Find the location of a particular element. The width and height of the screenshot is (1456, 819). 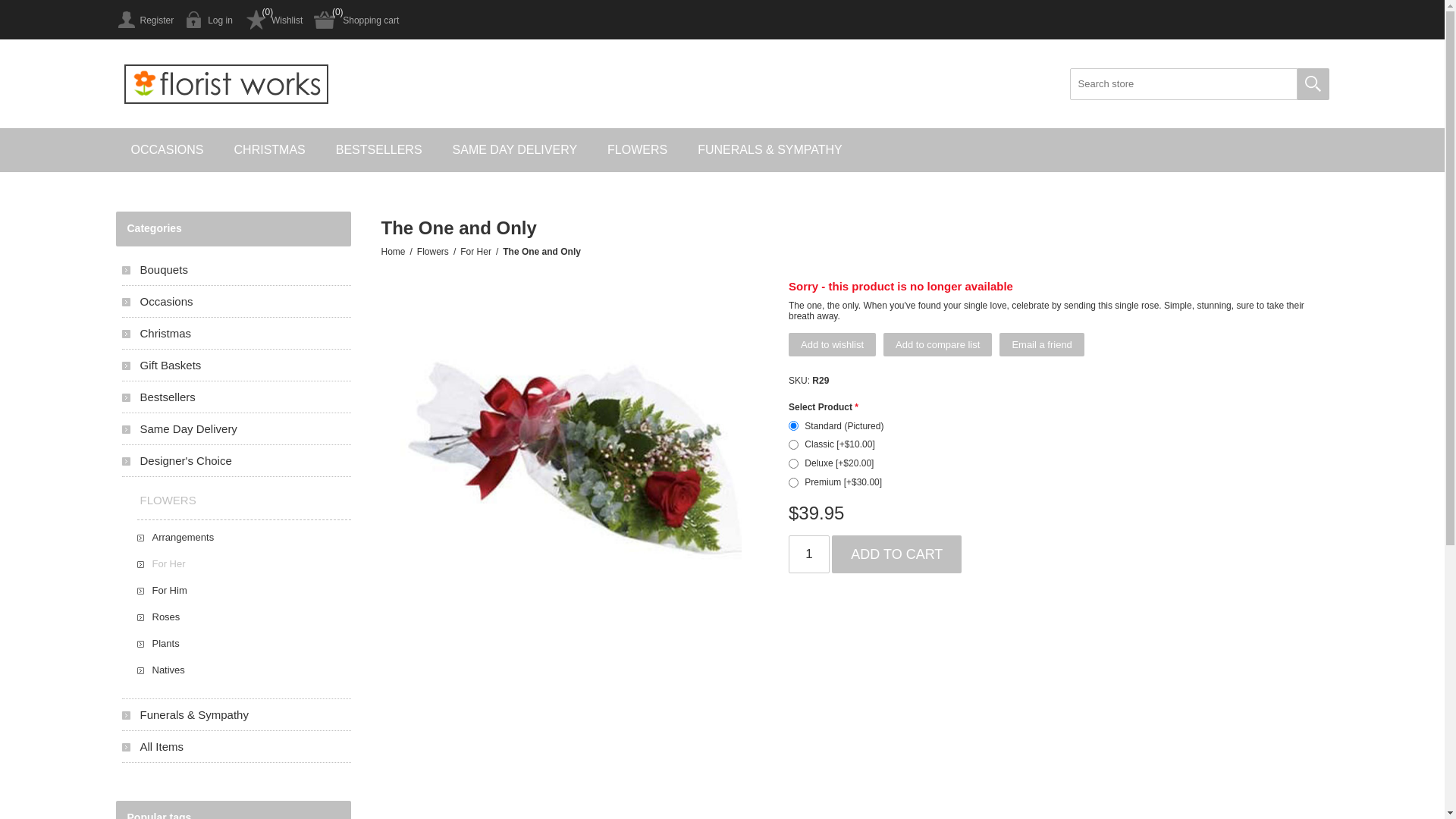

'For Her' is located at coordinates (475, 250).